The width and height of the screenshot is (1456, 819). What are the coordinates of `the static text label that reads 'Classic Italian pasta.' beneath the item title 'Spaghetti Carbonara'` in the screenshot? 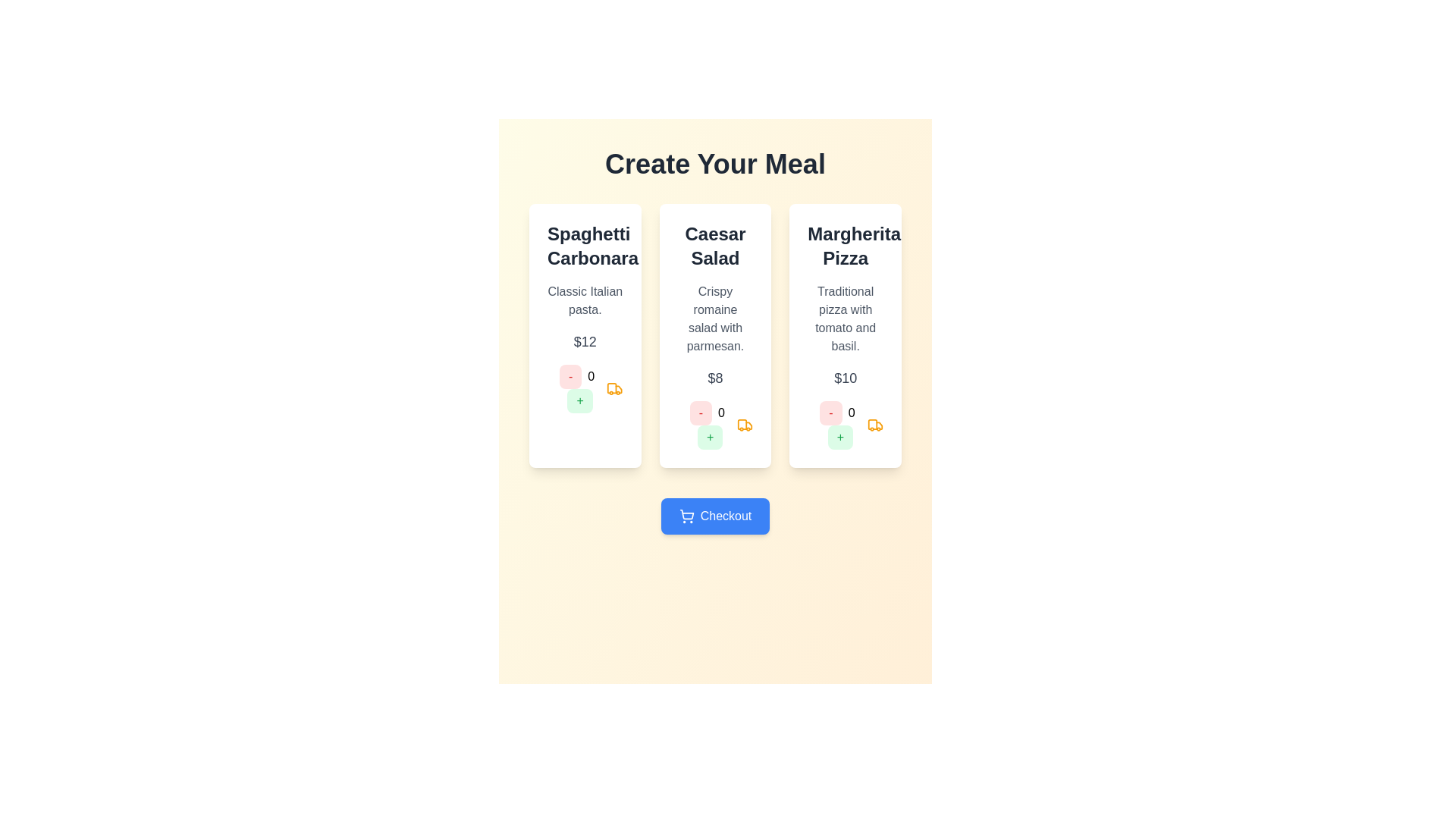 It's located at (584, 301).